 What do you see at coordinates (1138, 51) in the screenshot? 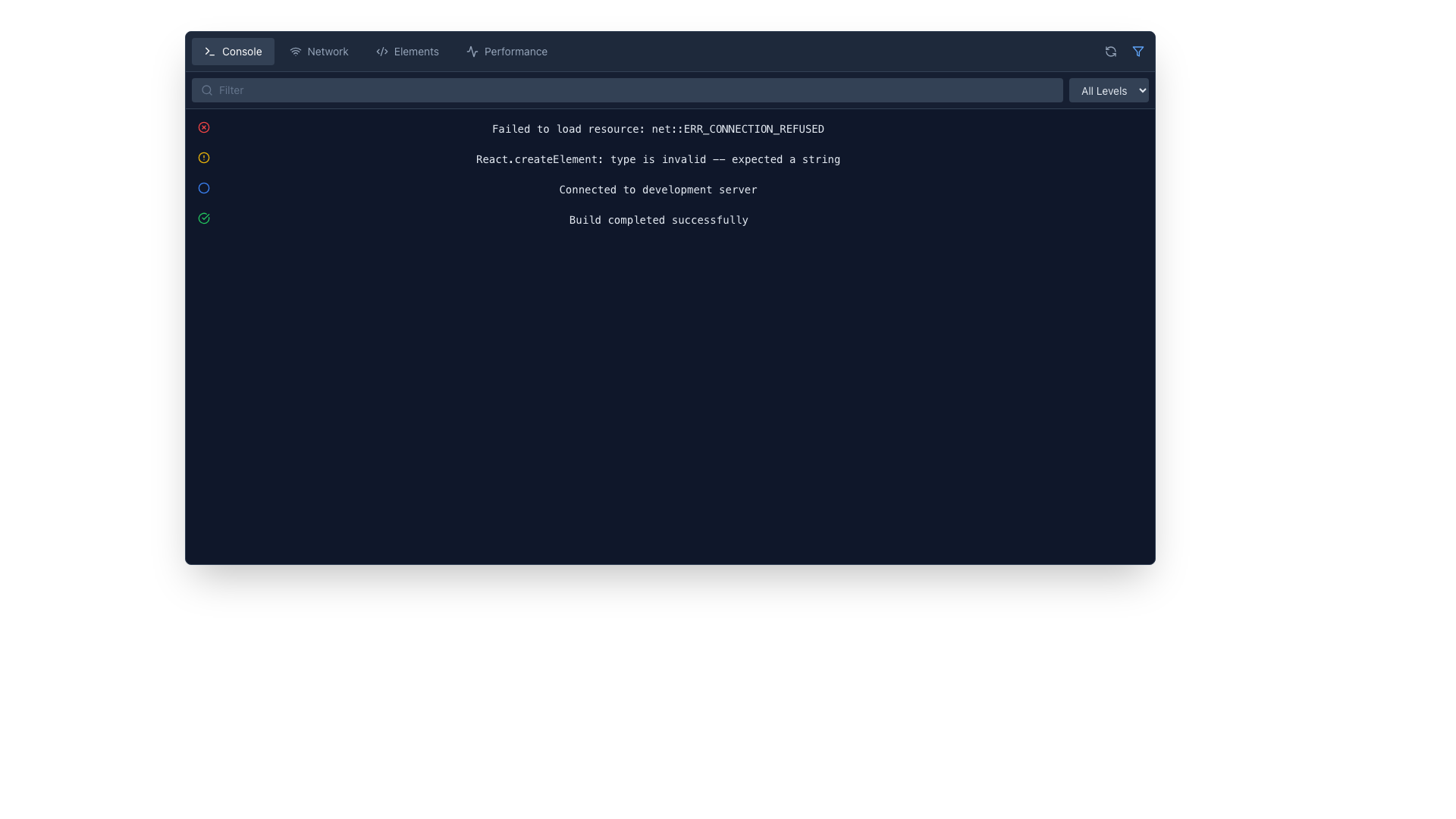
I see `the small triangular funnel icon located at the top-right corner of the interface, adjacent to the 'All Levels' dropdown, which is typically associated with filtering functionality` at bounding box center [1138, 51].